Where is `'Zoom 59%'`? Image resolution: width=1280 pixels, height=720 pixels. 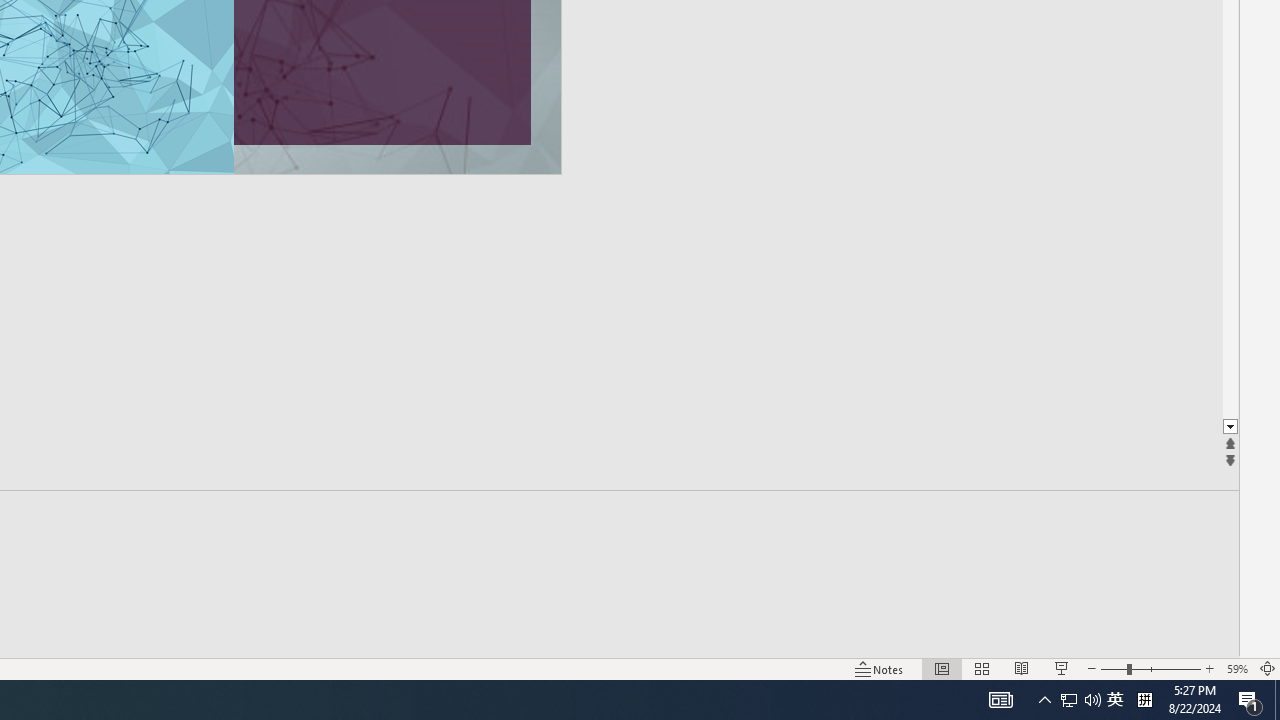 'Zoom 59%' is located at coordinates (1236, 669).